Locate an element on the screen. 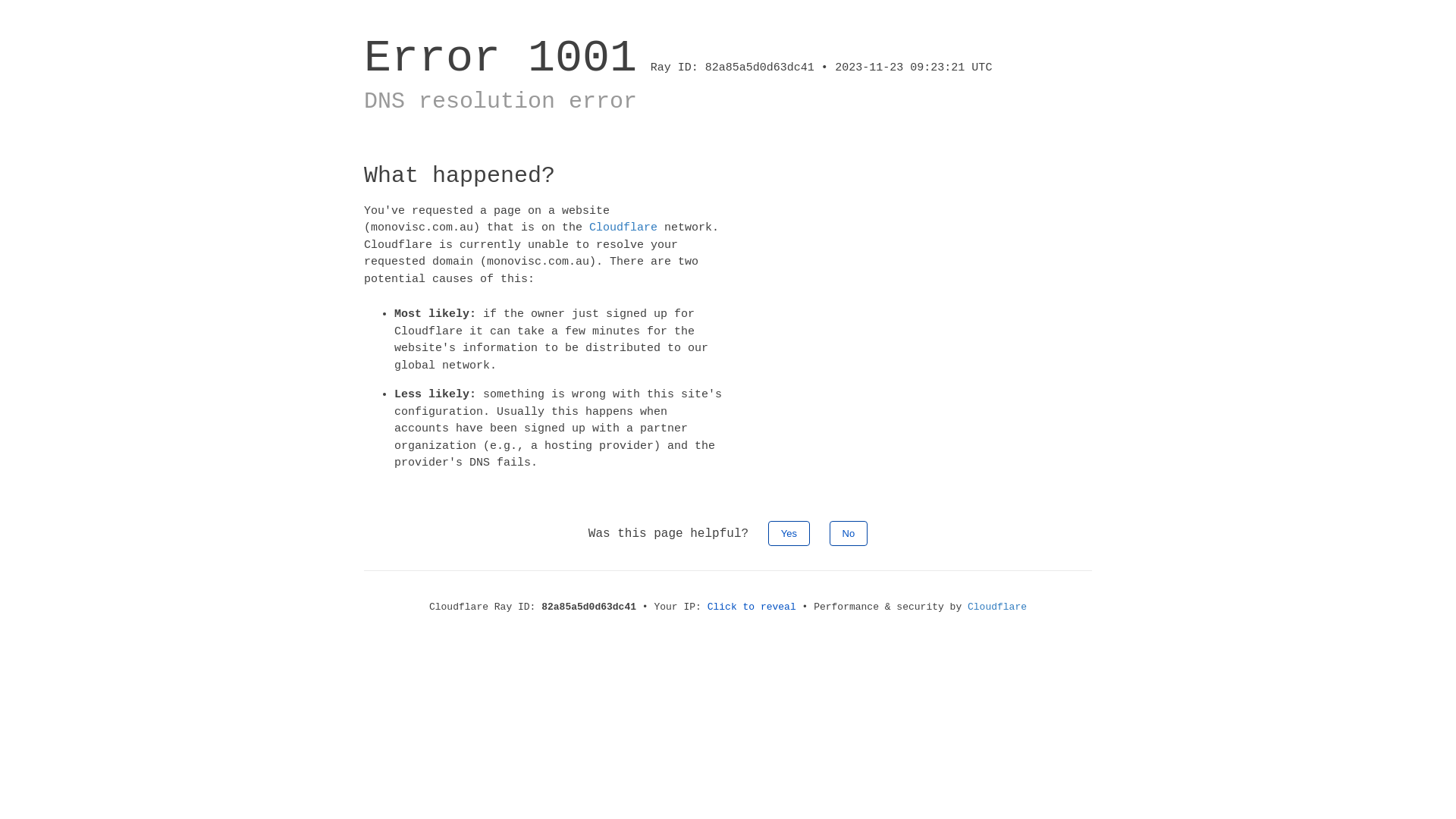  'Click to reveal' is located at coordinates (706, 605).